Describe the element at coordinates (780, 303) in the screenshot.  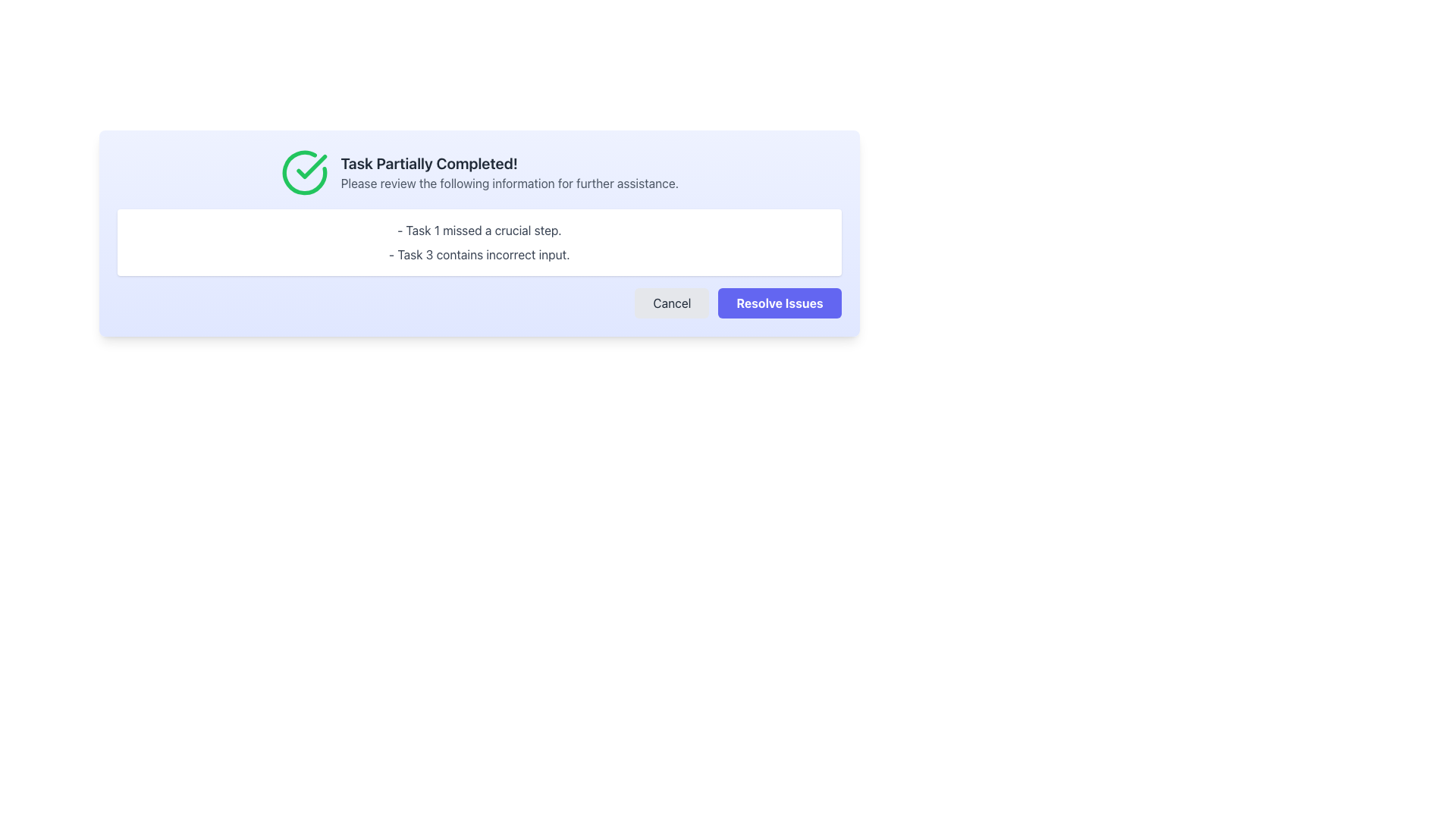
I see `the 'Resolve Issues' button with a purple background and white bold text for keyboard navigation` at that location.